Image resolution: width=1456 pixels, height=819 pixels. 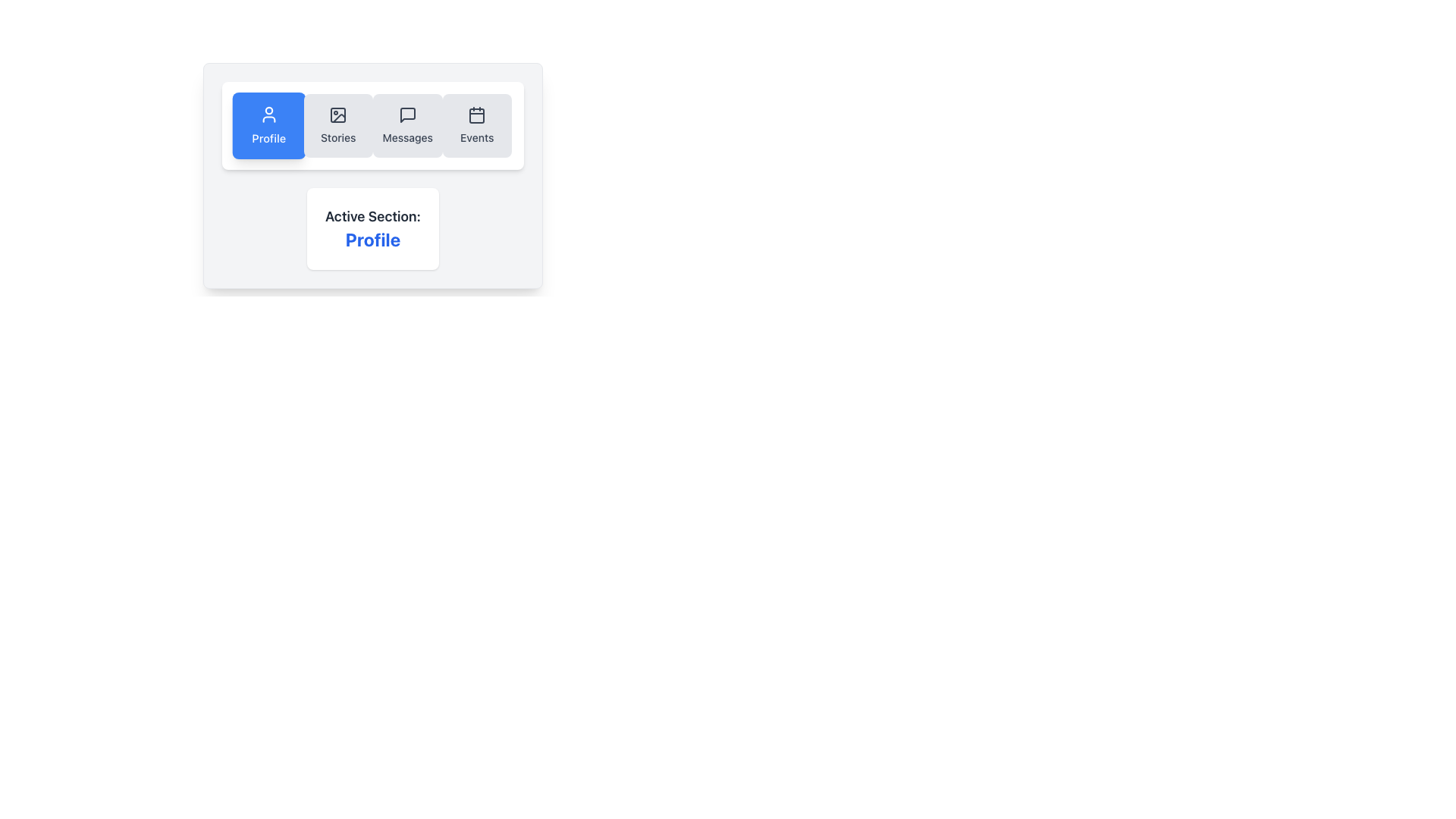 What do you see at coordinates (268, 114) in the screenshot?
I see `the 'Profile' SVG icon located in the top-left horizontal menu bar to focus on the profile section` at bounding box center [268, 114].